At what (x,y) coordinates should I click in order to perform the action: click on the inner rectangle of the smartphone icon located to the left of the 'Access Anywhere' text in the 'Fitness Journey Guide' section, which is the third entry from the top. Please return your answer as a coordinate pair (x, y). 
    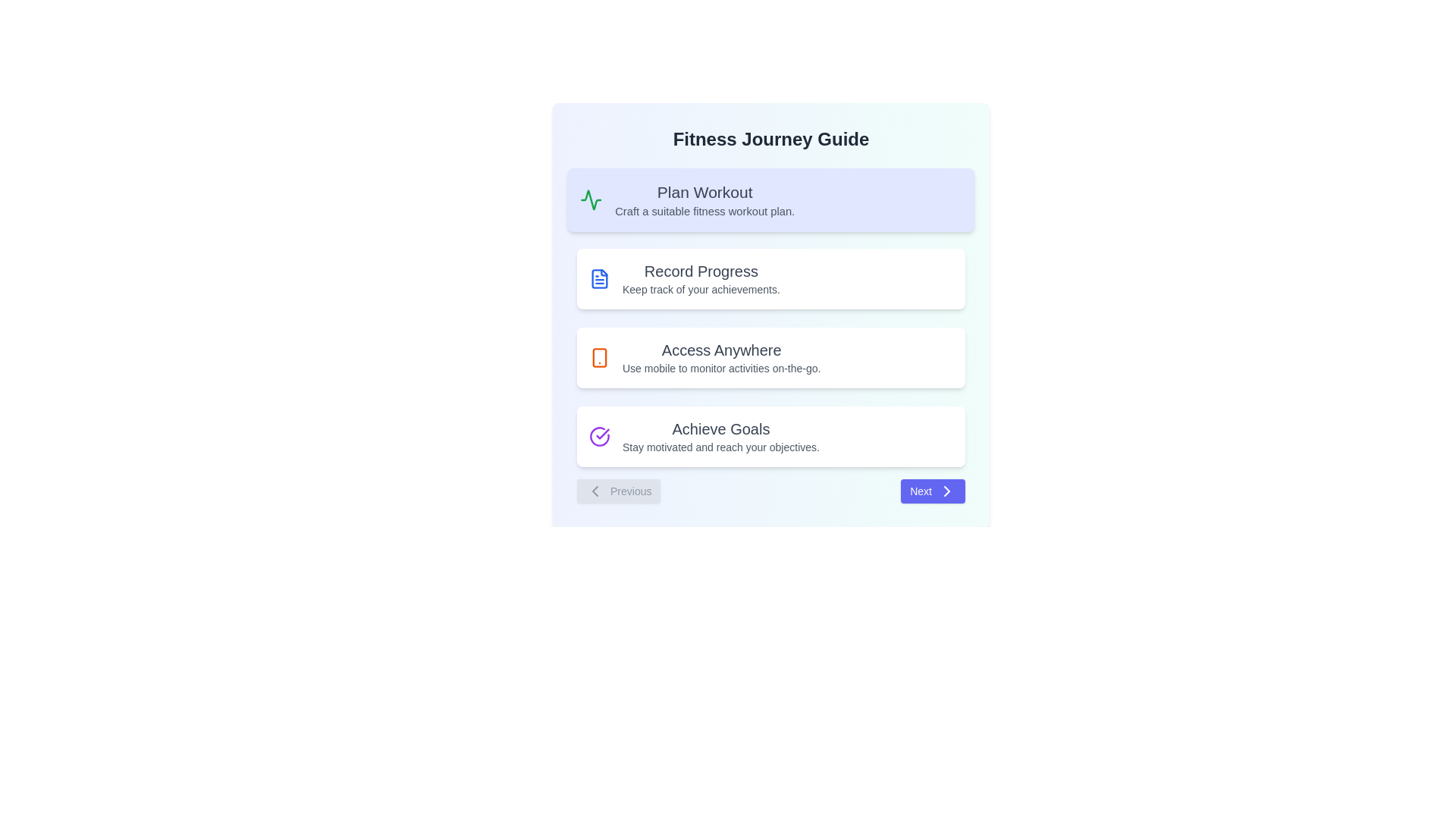
    Looking at the image, I should click on (599, 357).